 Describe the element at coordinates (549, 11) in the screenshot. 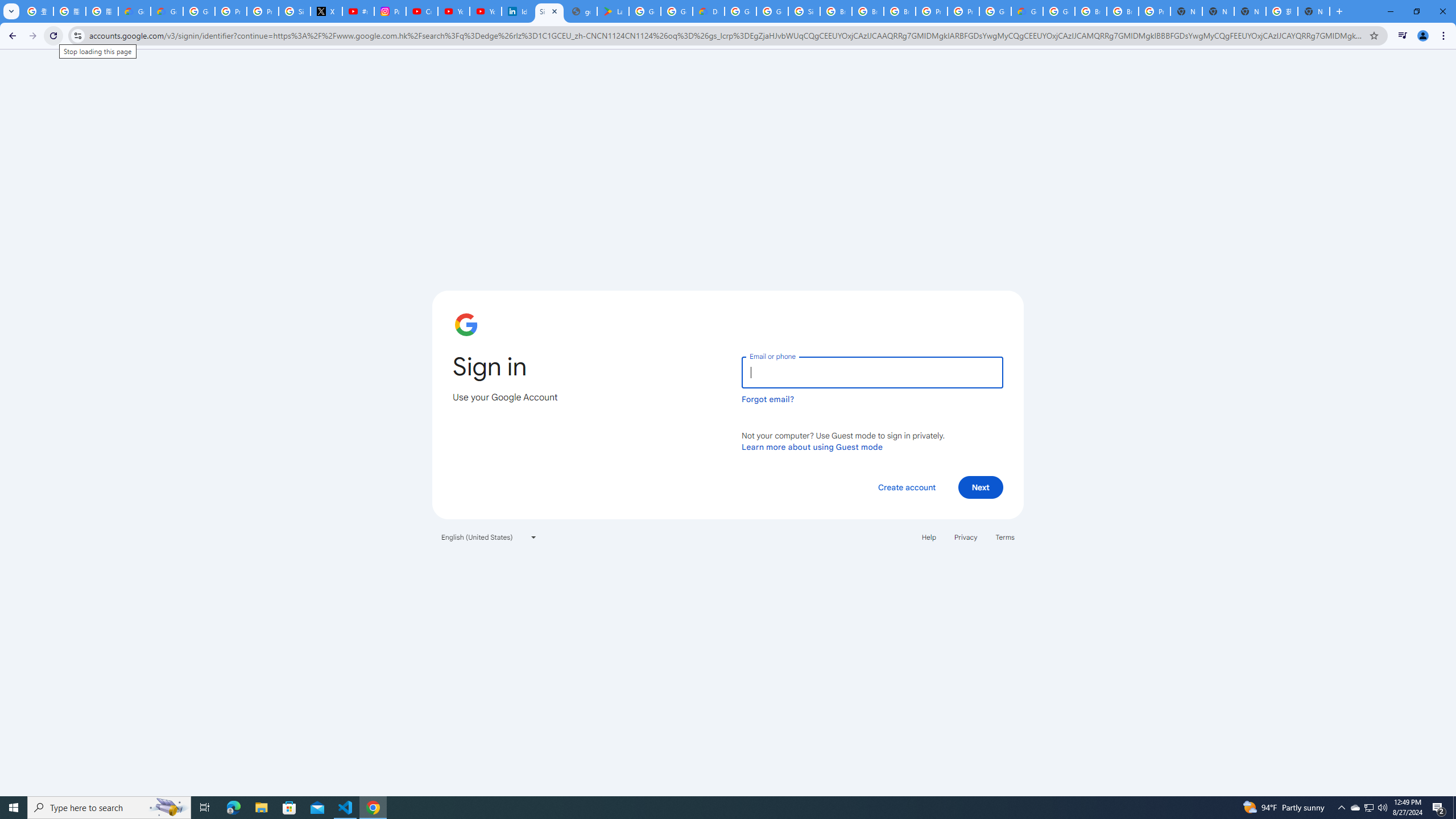

I see `'Sign in - Google Accounts'` at that location.